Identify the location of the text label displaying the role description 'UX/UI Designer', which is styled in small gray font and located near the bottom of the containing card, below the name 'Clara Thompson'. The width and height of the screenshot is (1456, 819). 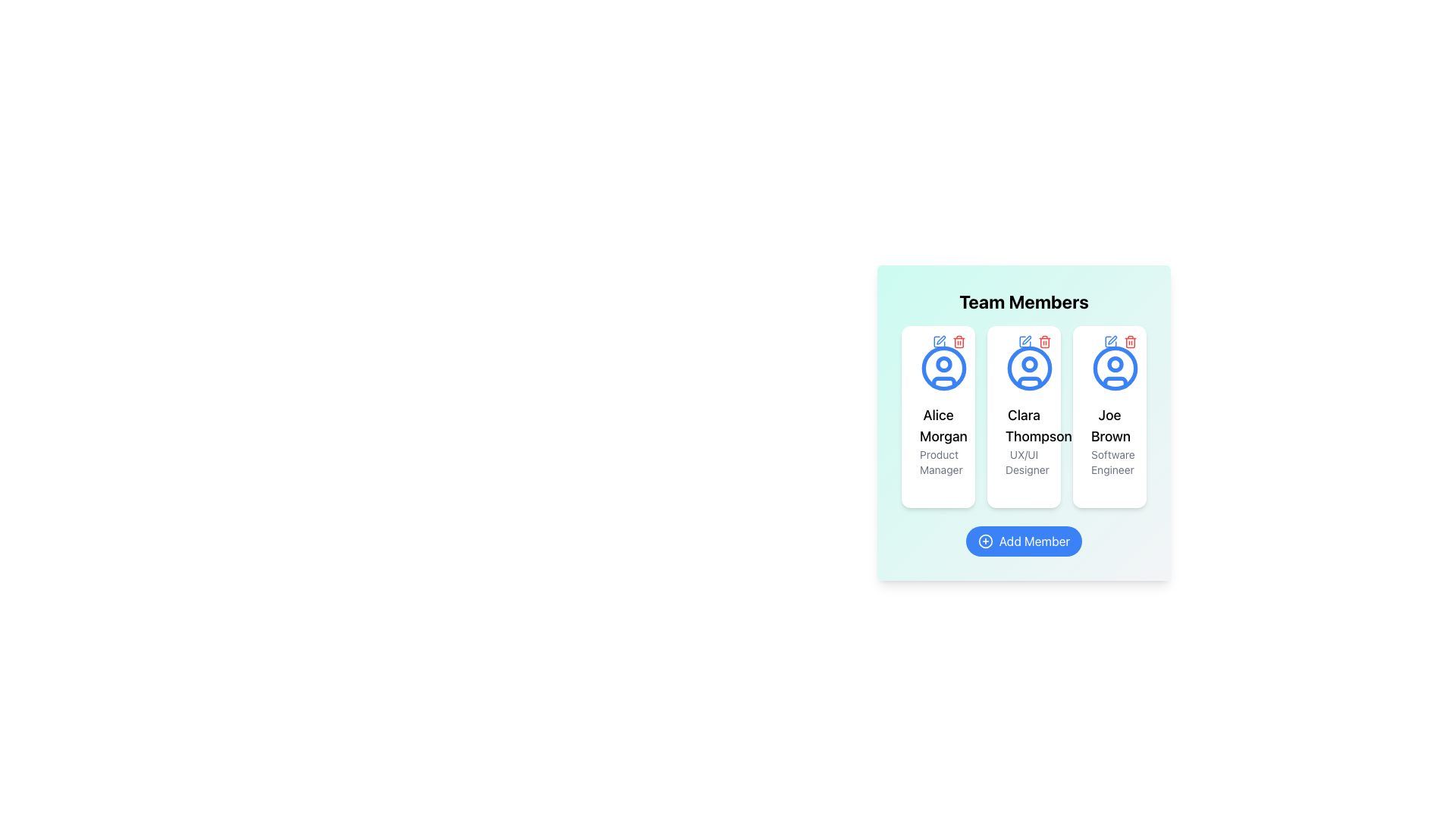
(1024, 461).